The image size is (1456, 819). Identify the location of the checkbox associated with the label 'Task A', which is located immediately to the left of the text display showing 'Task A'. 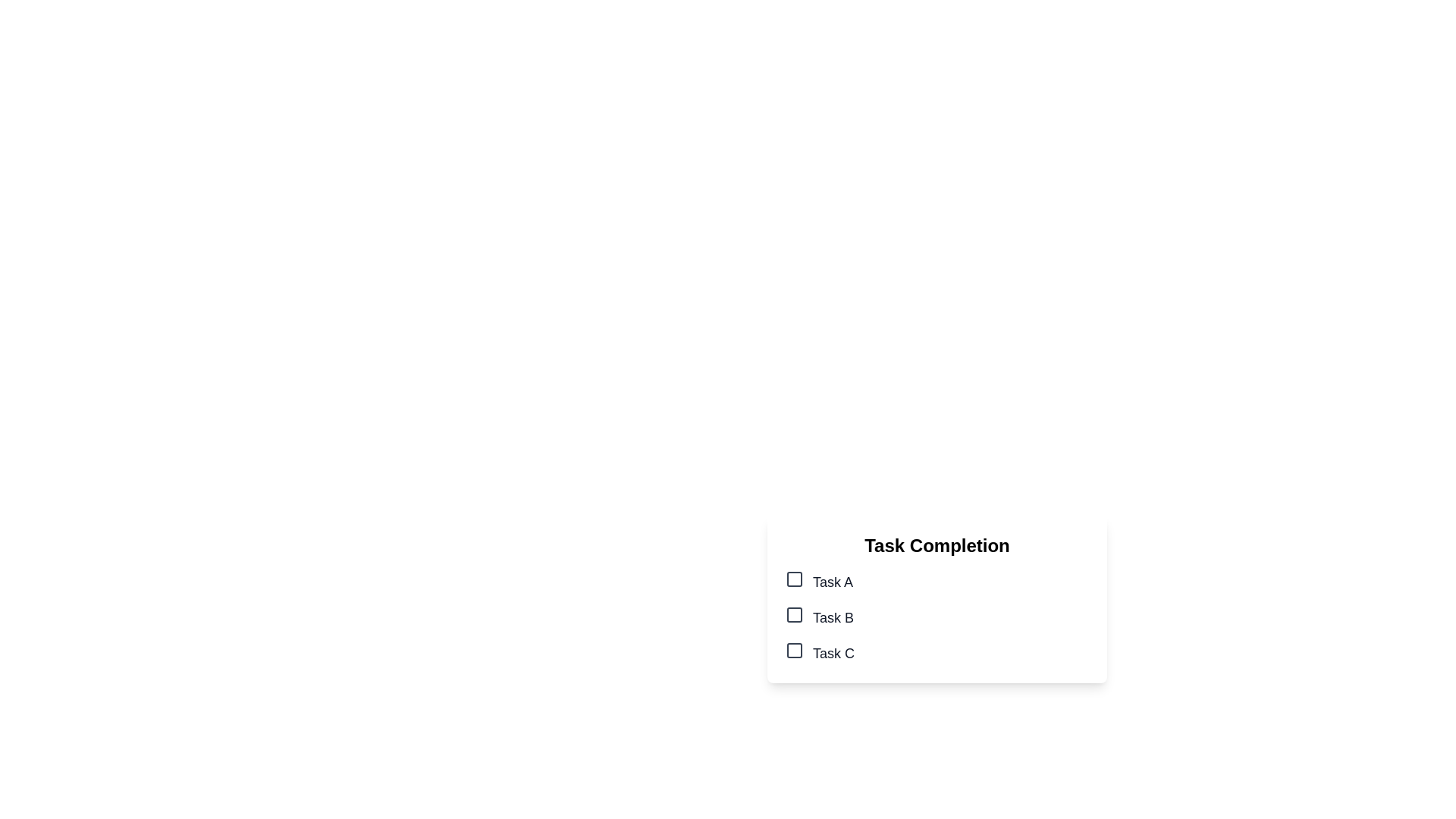
(794, 581).